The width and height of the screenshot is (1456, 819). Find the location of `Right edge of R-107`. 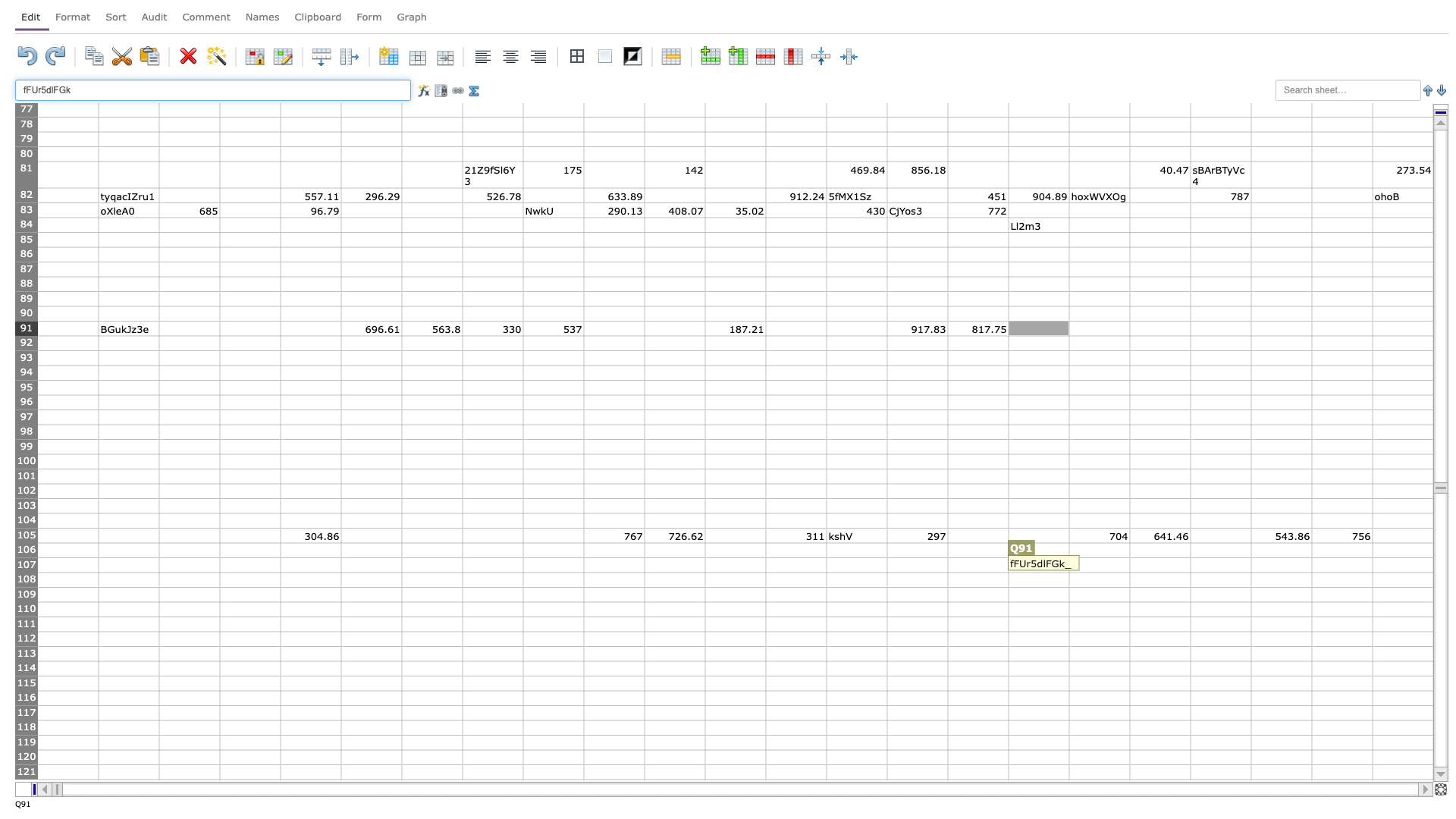

Right edge of R-107 is located at coordinates (1129, 565).